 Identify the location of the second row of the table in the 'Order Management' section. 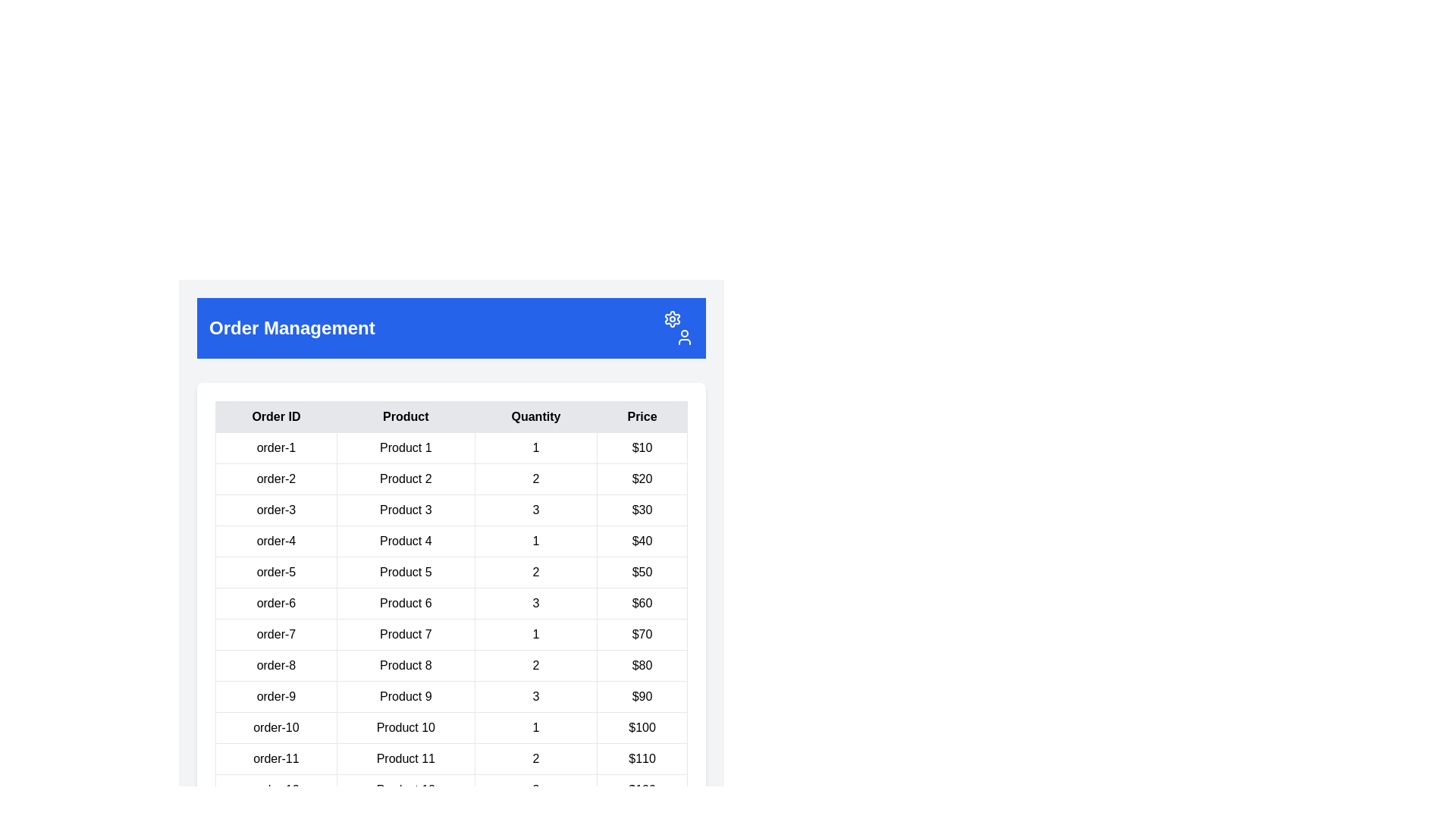
(450, 479).